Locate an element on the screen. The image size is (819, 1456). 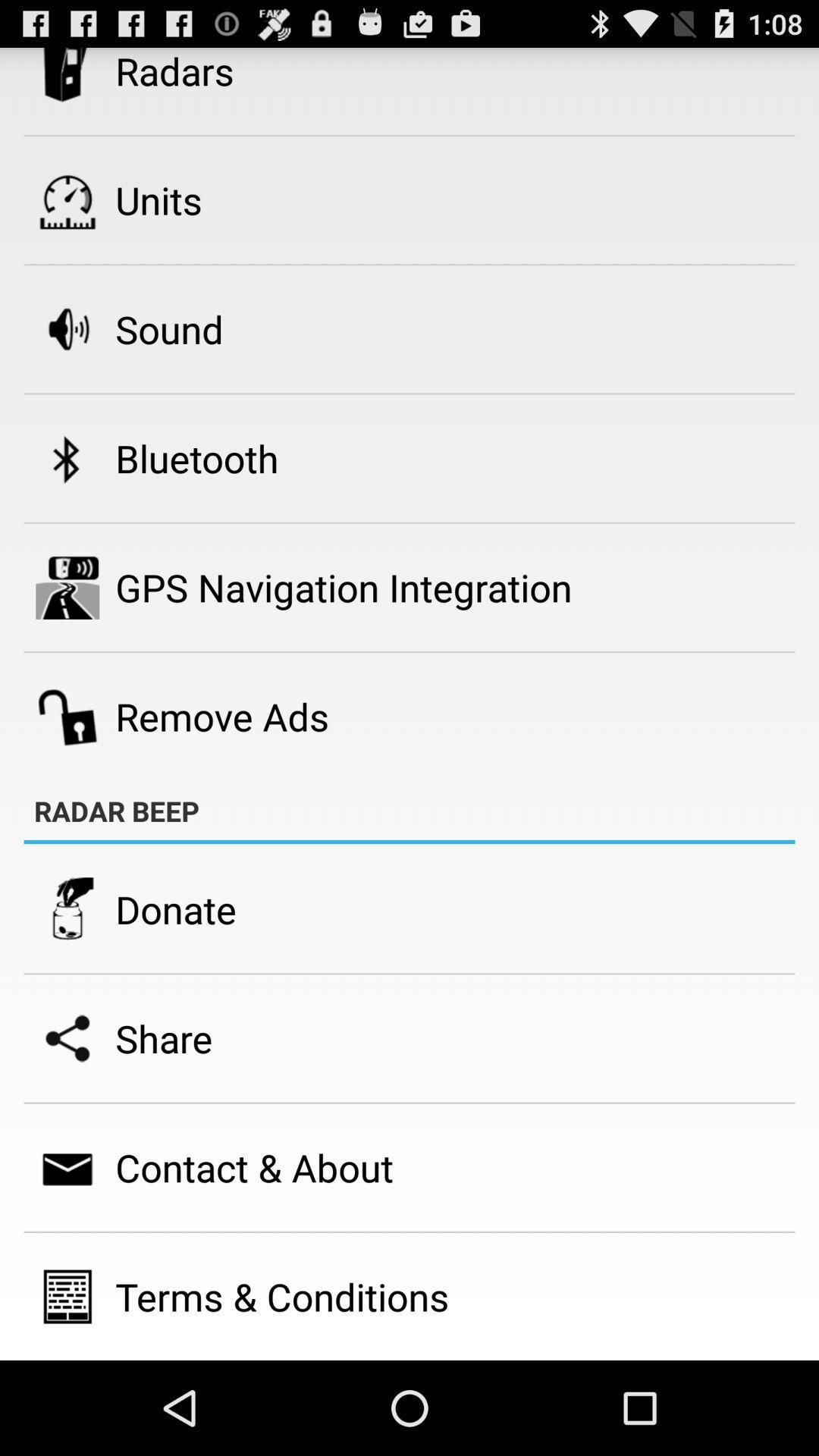
share icon is located at coordinates (164, 1037).